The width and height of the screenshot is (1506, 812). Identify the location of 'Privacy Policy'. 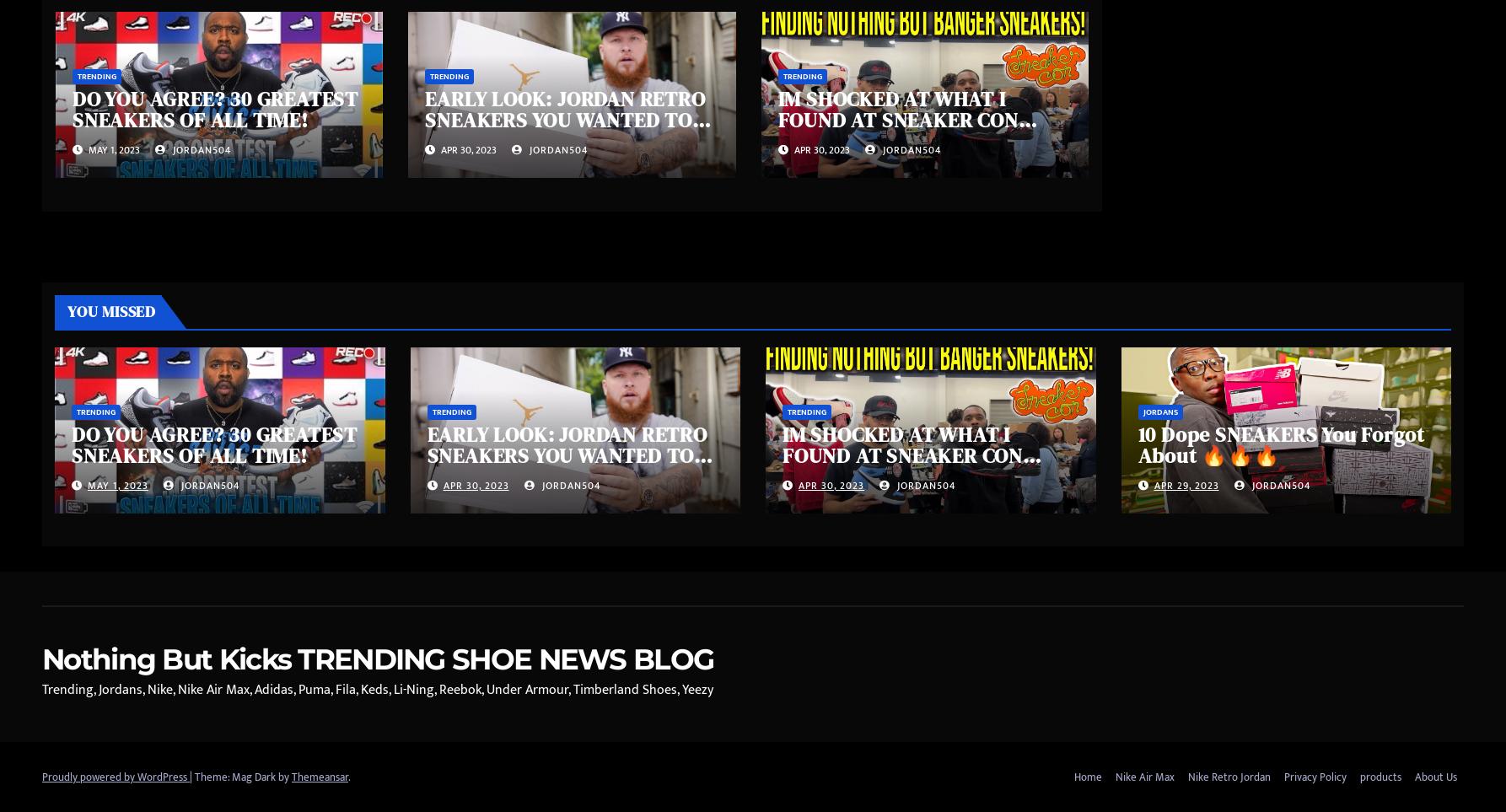
(1315, 777).